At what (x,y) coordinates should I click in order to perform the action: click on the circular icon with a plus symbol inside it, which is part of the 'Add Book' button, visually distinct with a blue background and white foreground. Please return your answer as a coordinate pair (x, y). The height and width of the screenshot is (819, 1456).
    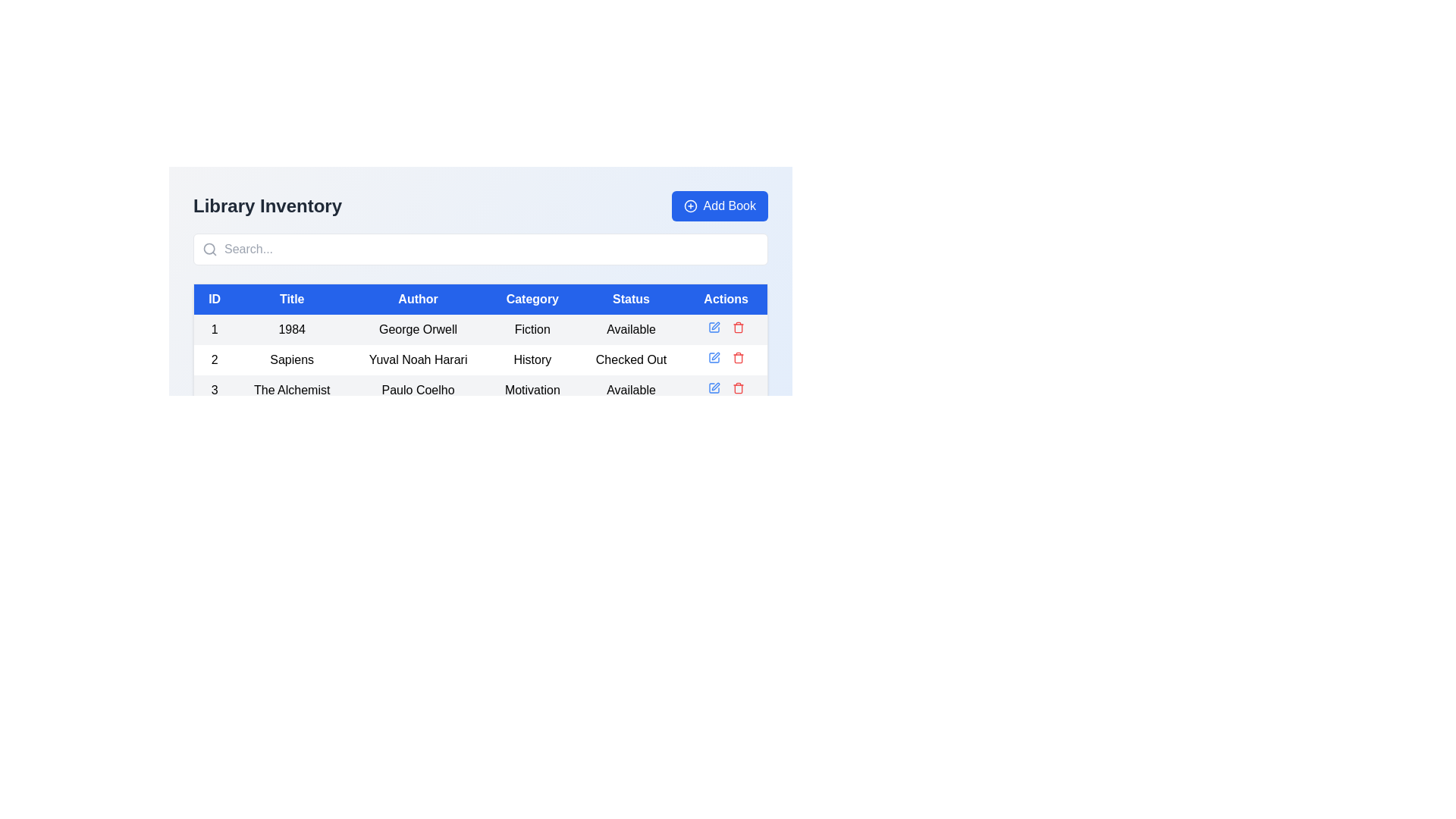
    Looking at the image, I should click on (689, 206).